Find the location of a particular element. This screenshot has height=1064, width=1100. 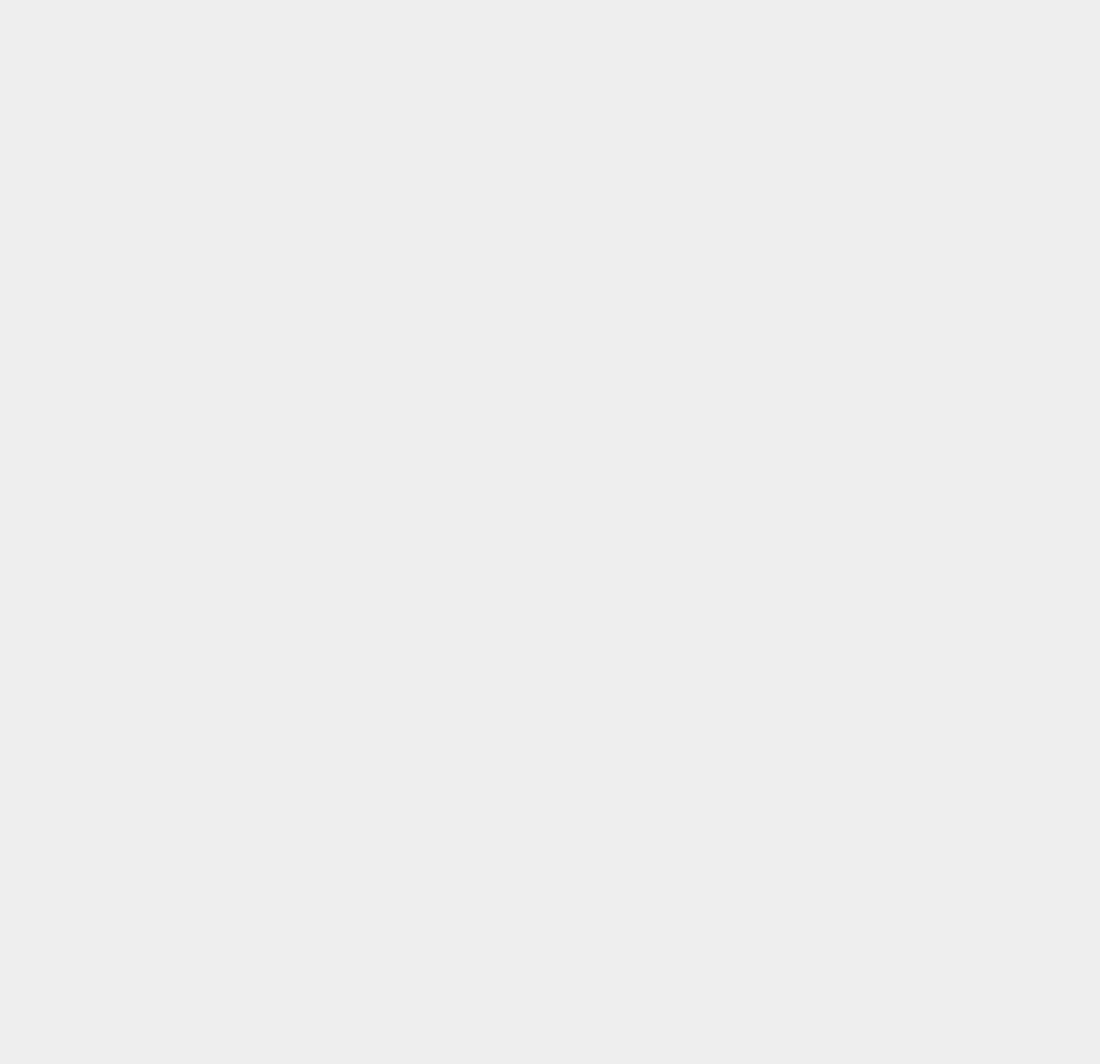

'Android 7' is located at coordinates (778, 471).